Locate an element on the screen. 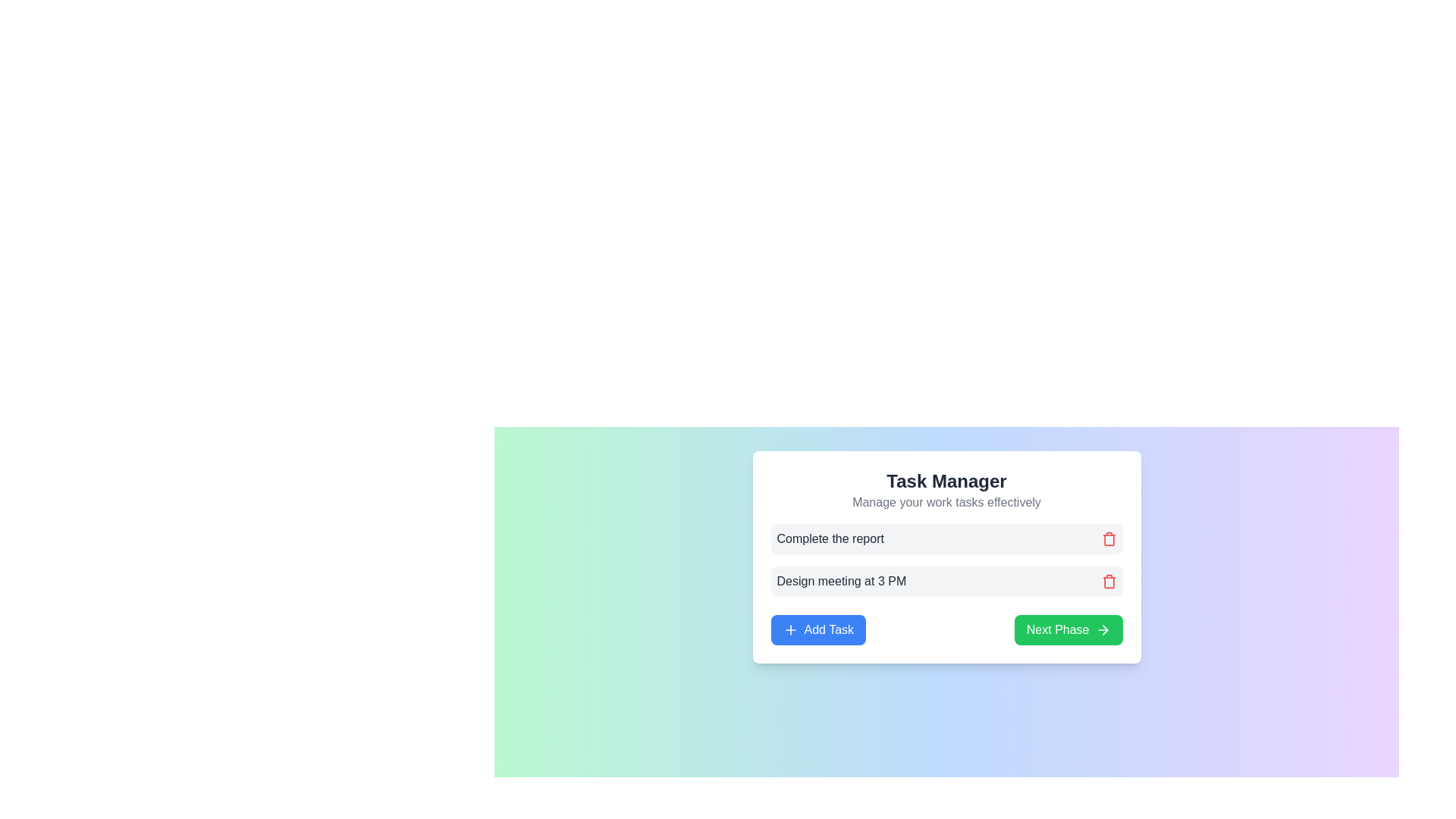 The height and width of the screenshot is (819, 1456). the blue 'Add Task' button with rounded corners that has white text and a '+' icon is located at coordinates (817, 629).